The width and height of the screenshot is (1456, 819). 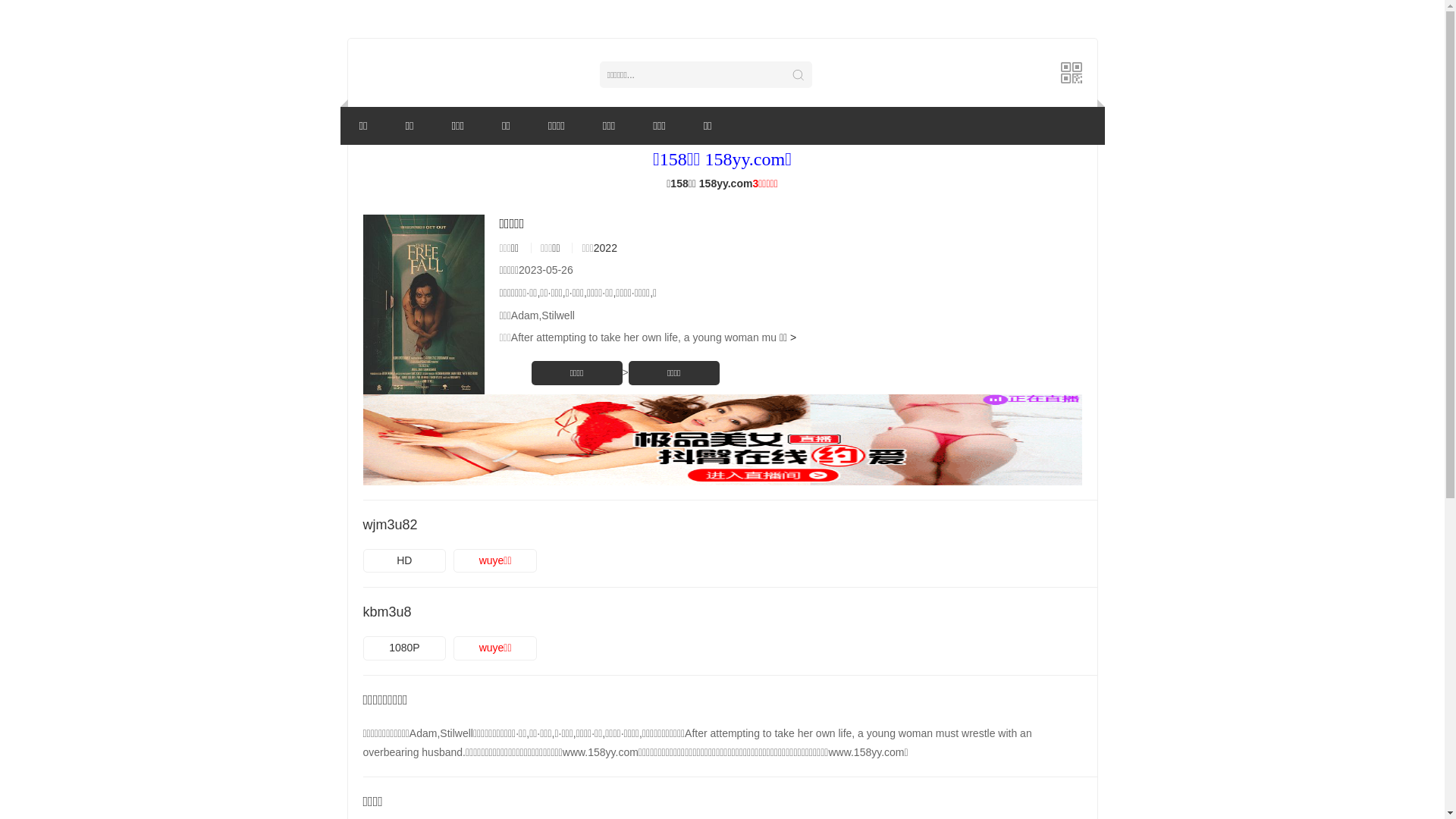 I want to click on 'HD', so click(x=403, y=561).